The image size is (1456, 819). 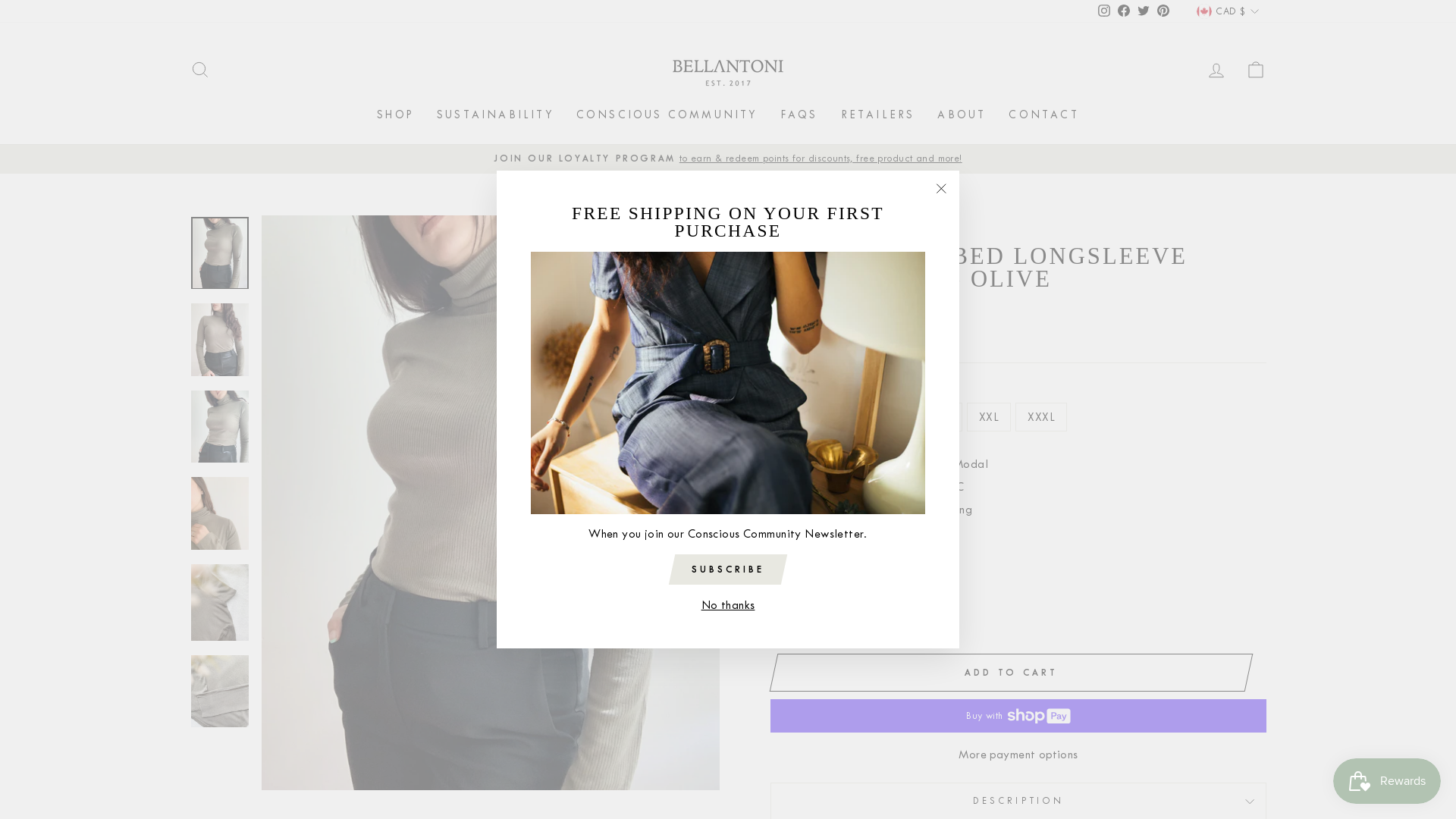 I want to click on 'Facebook', so click(x=1124, y=11).